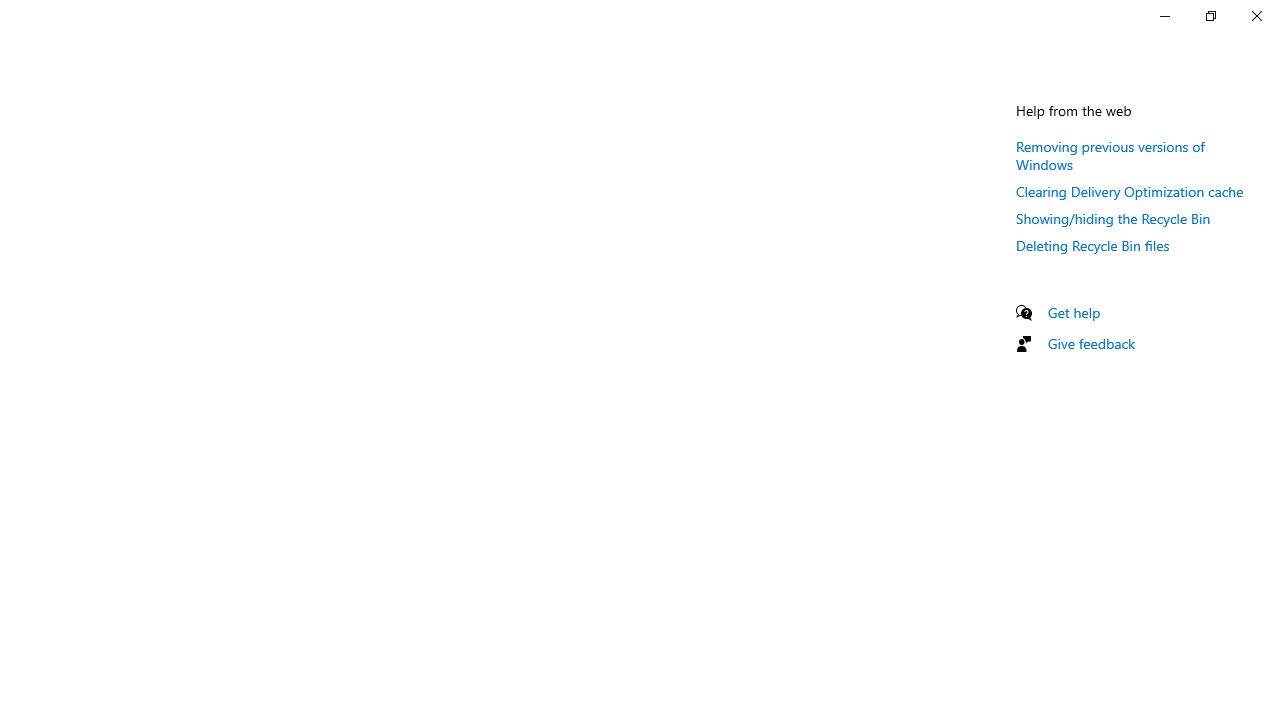 The width and height of the screenshot is (1280, 720). What do you see at coordinates (1130, 191) in the screenshot?
I see `'Clearing Delivery Optimization cache'` at bounding box center [1130, 191].